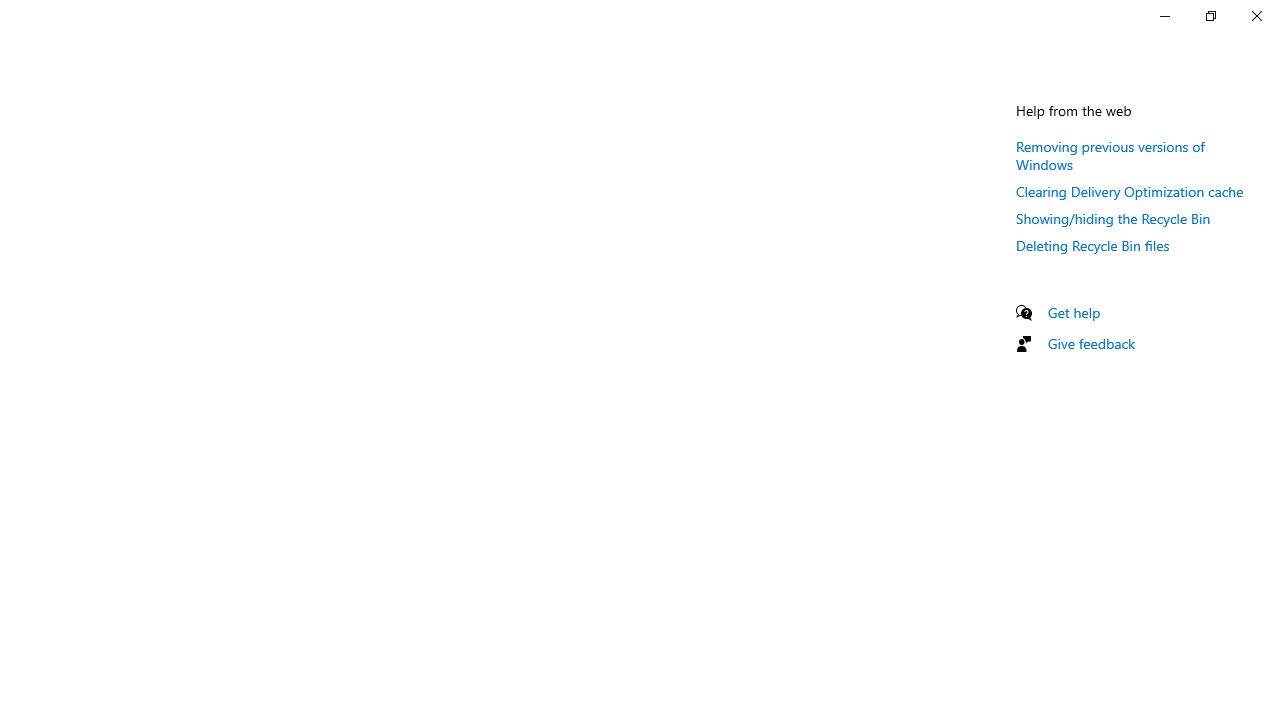 The width and height of the screenshot is (1280, 720). What do you see at coordinates (1130, 191) in the screenshot?
I see `'Clearing Delivery Optimization cache'` at bounding box center [1130, 191].